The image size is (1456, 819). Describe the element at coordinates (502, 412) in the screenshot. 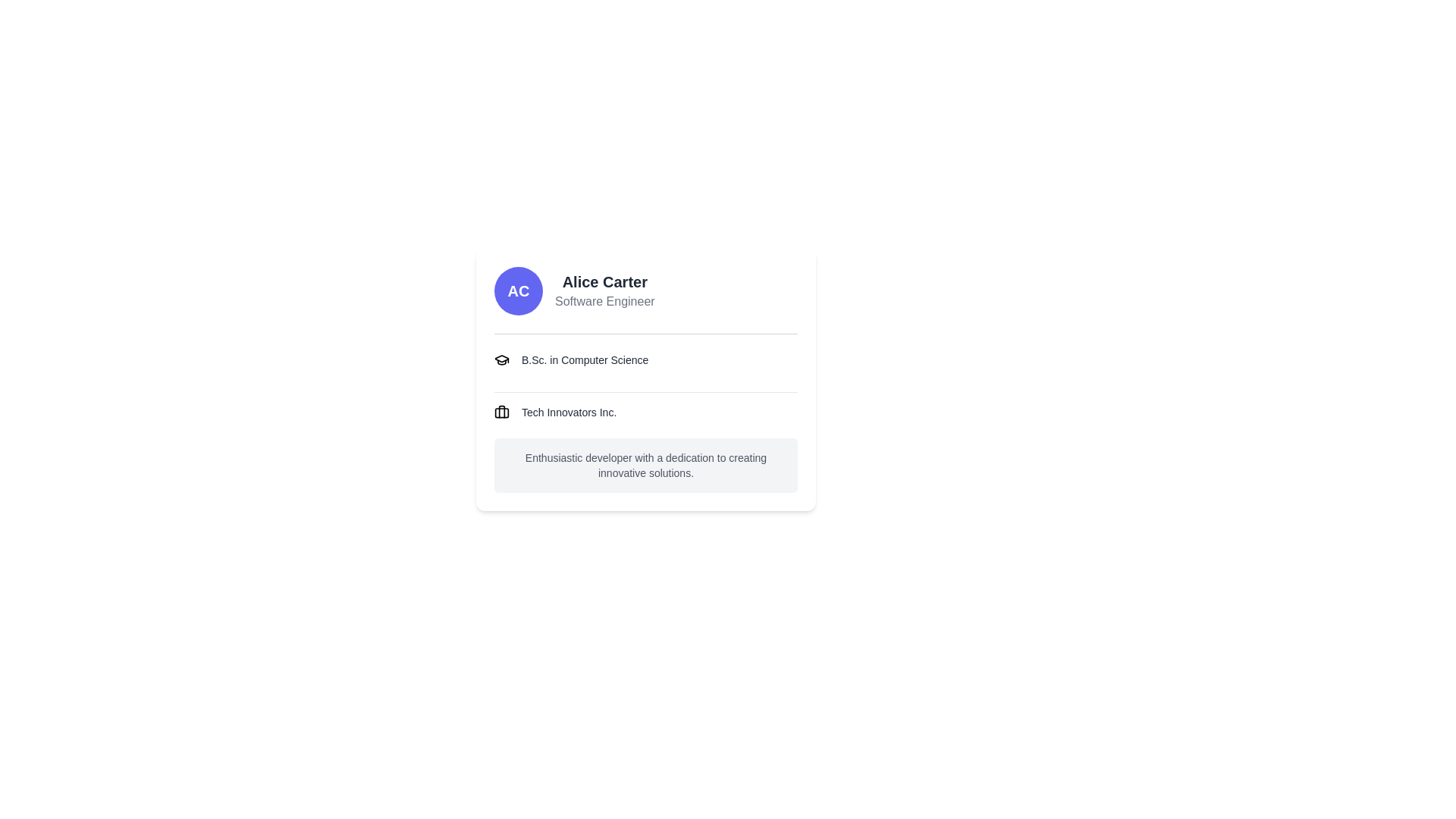

I see `the employment icon representing 'Tech Innovators Inc.' located to the left of the corresponding text in the user details section of the profile card` at that location.